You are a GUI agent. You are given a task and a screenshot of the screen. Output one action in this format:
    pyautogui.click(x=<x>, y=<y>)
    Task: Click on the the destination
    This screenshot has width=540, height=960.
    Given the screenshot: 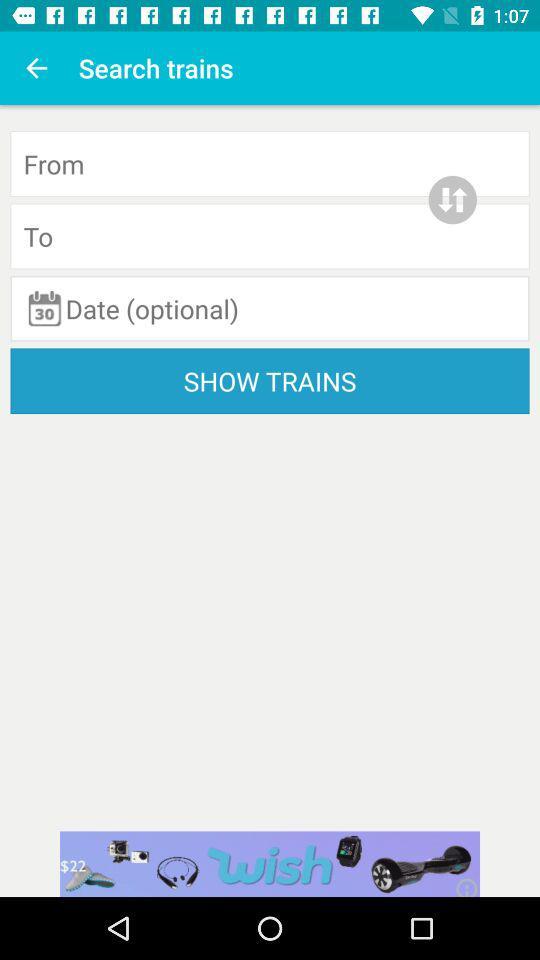 What is the action you would take?
    pyautogui.click(x=270, y=236)
    